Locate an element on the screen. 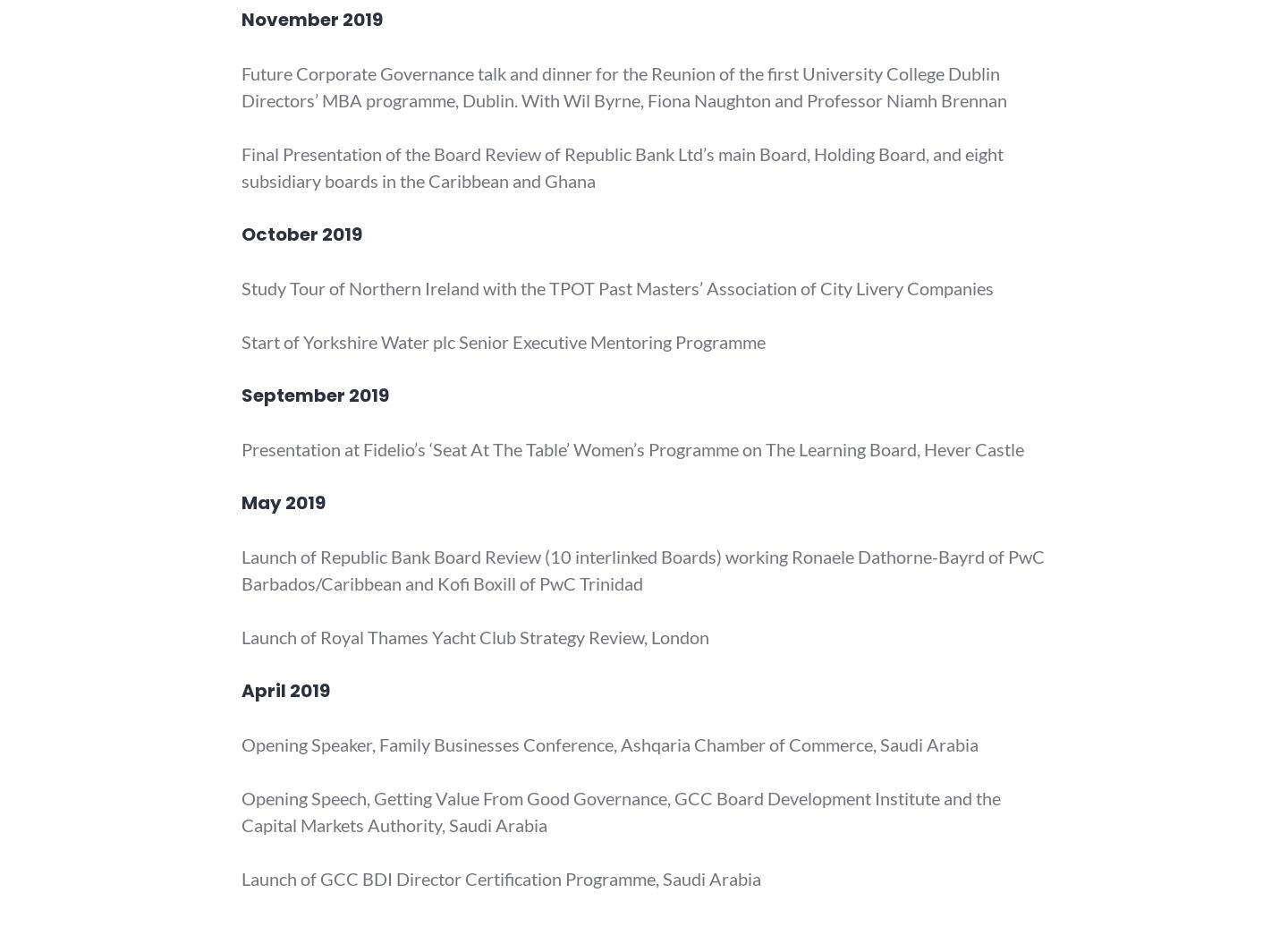  'May 2019' is located at coordinates (283, 503).